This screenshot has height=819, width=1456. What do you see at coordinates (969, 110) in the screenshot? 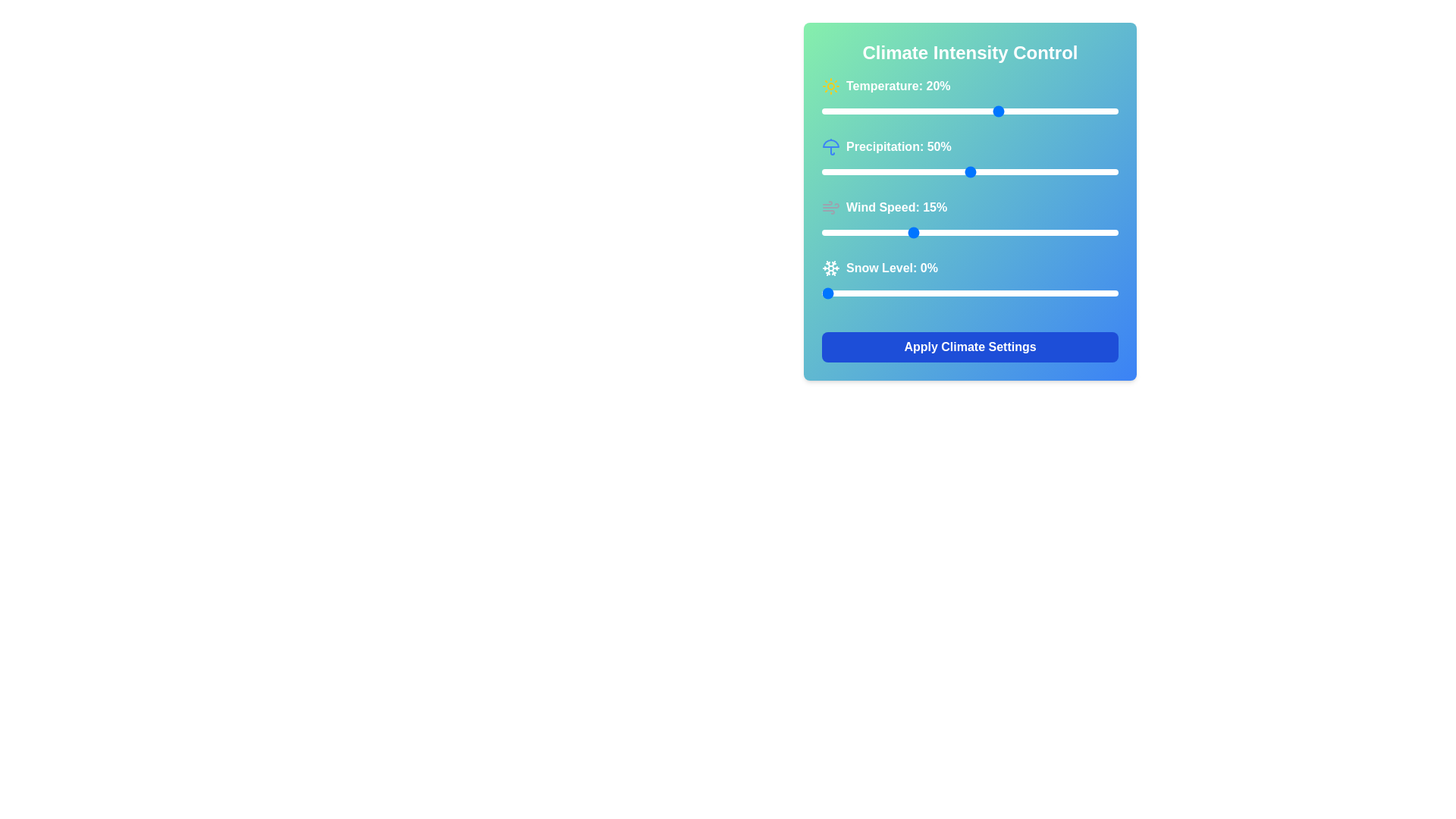
I see `the temperature range slider which allows users to adjust the temperature value, currently set at 20 degrees` at bounding box center [969, 110].